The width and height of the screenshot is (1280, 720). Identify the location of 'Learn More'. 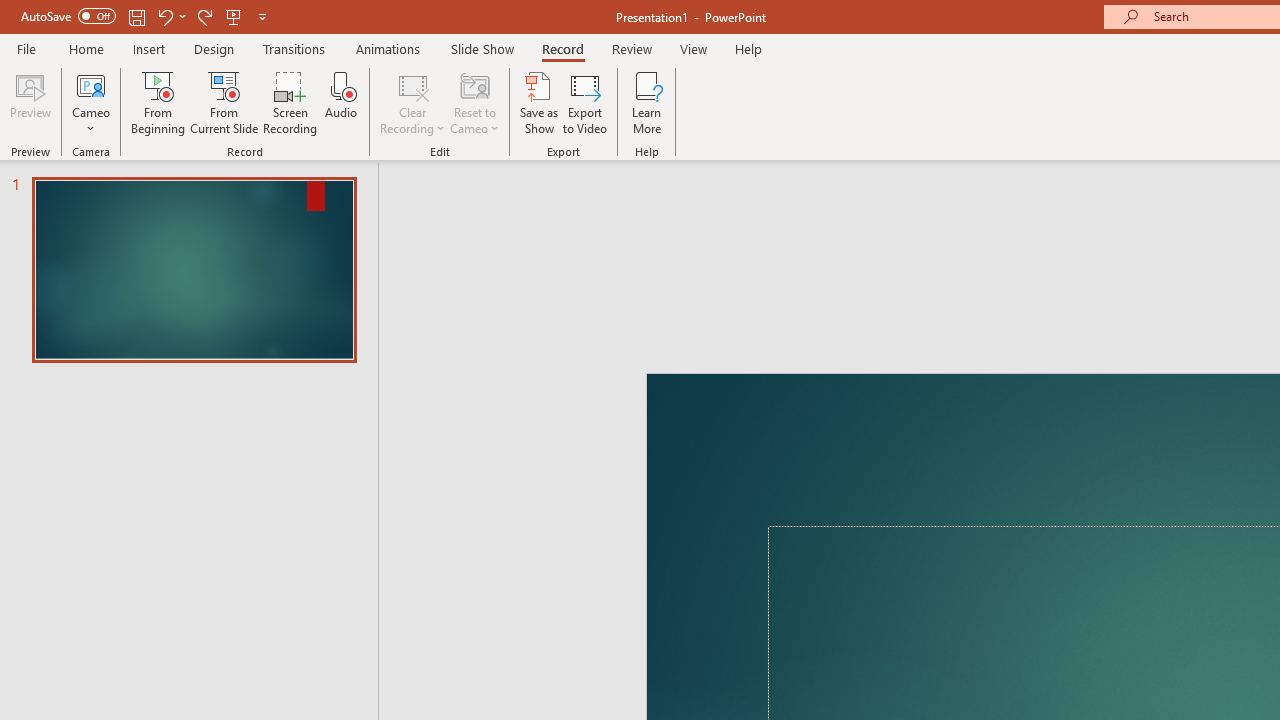
(647, 103).